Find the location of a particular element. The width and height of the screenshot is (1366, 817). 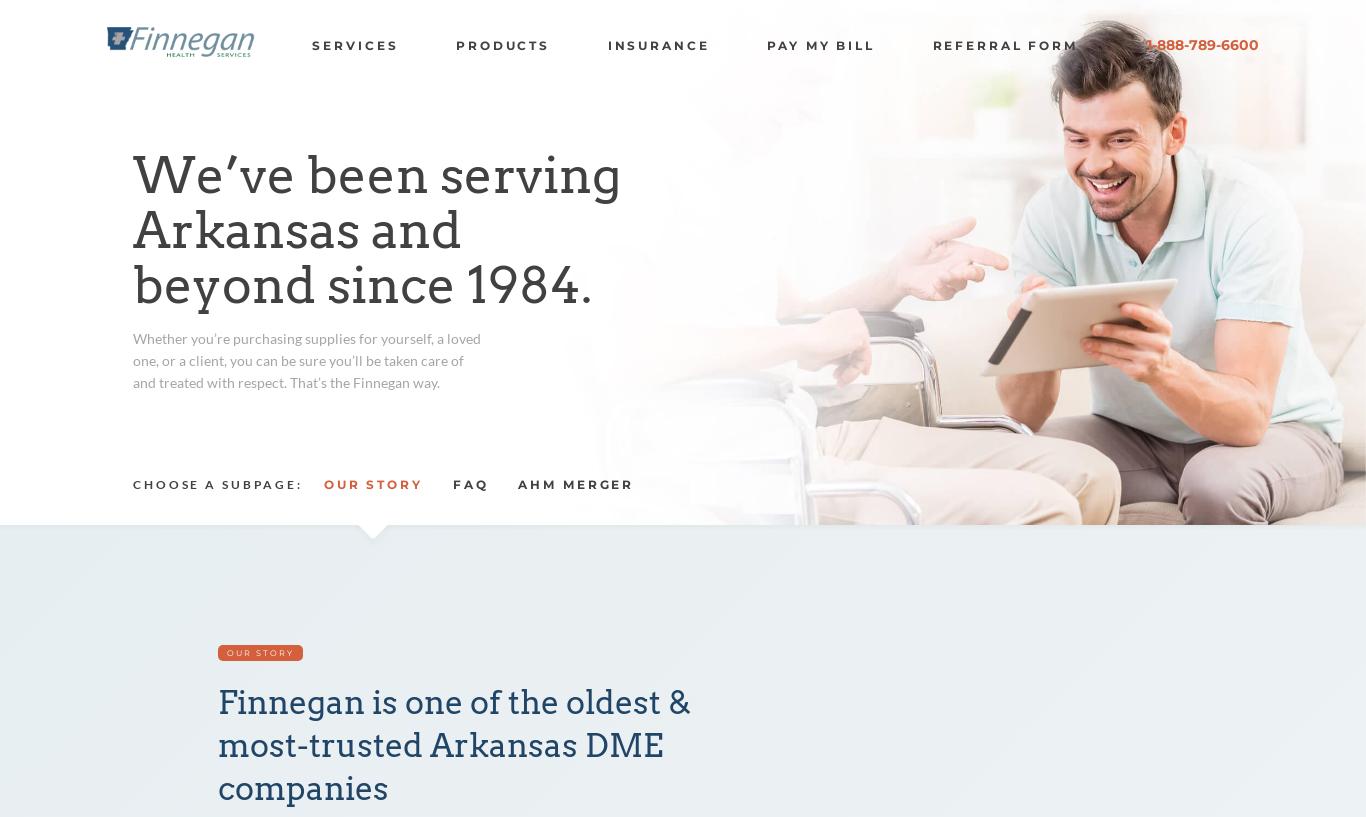

'FAQ' is located at coordinates (470, 484).